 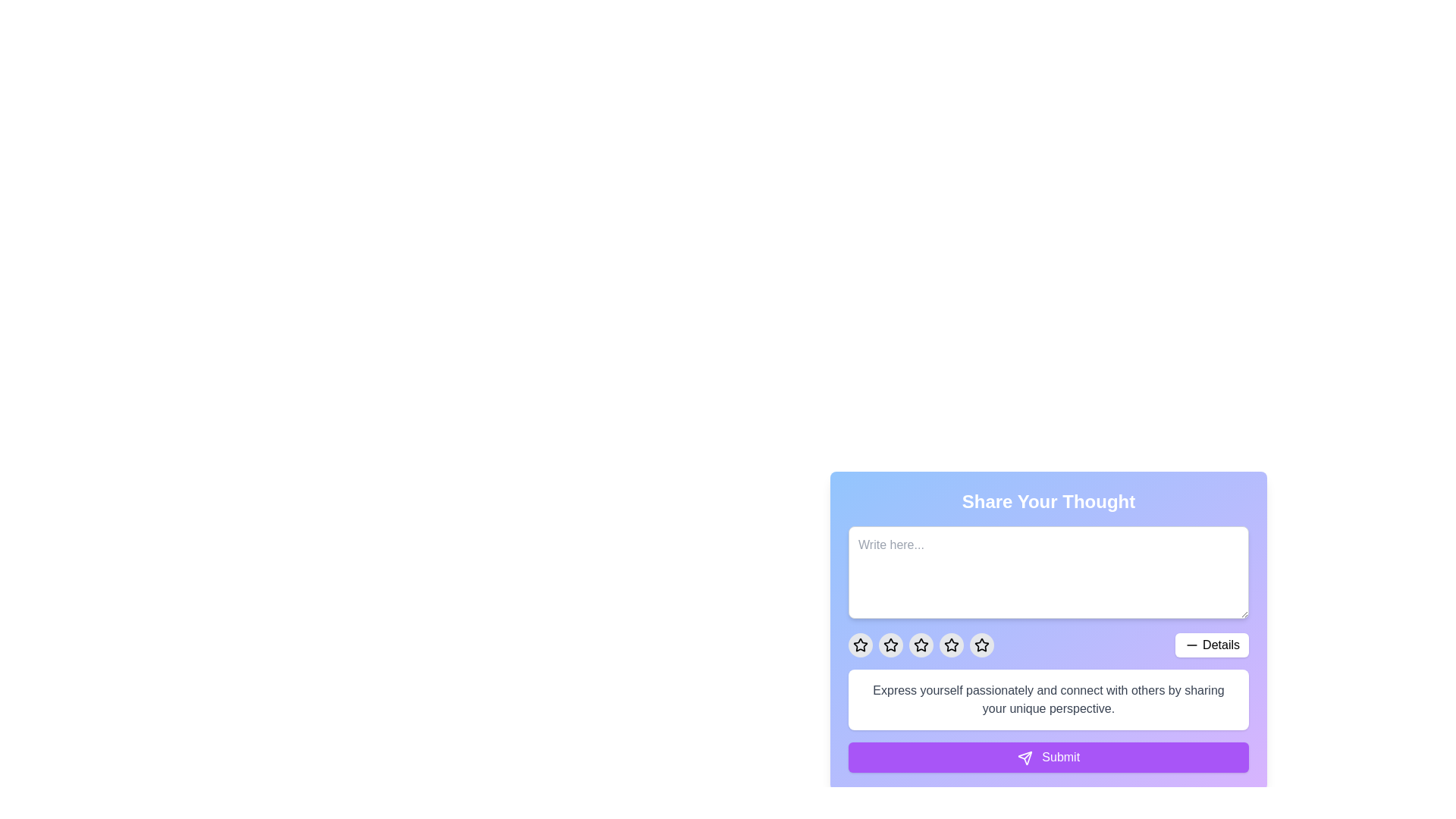 What do you see at coordinates (1191, 645) in the screenshot?
I see `the icon located inside the 'Details' button, positioned on the left side of the button adjacent to the 'Details' text` at bounding box center [1191, 645].